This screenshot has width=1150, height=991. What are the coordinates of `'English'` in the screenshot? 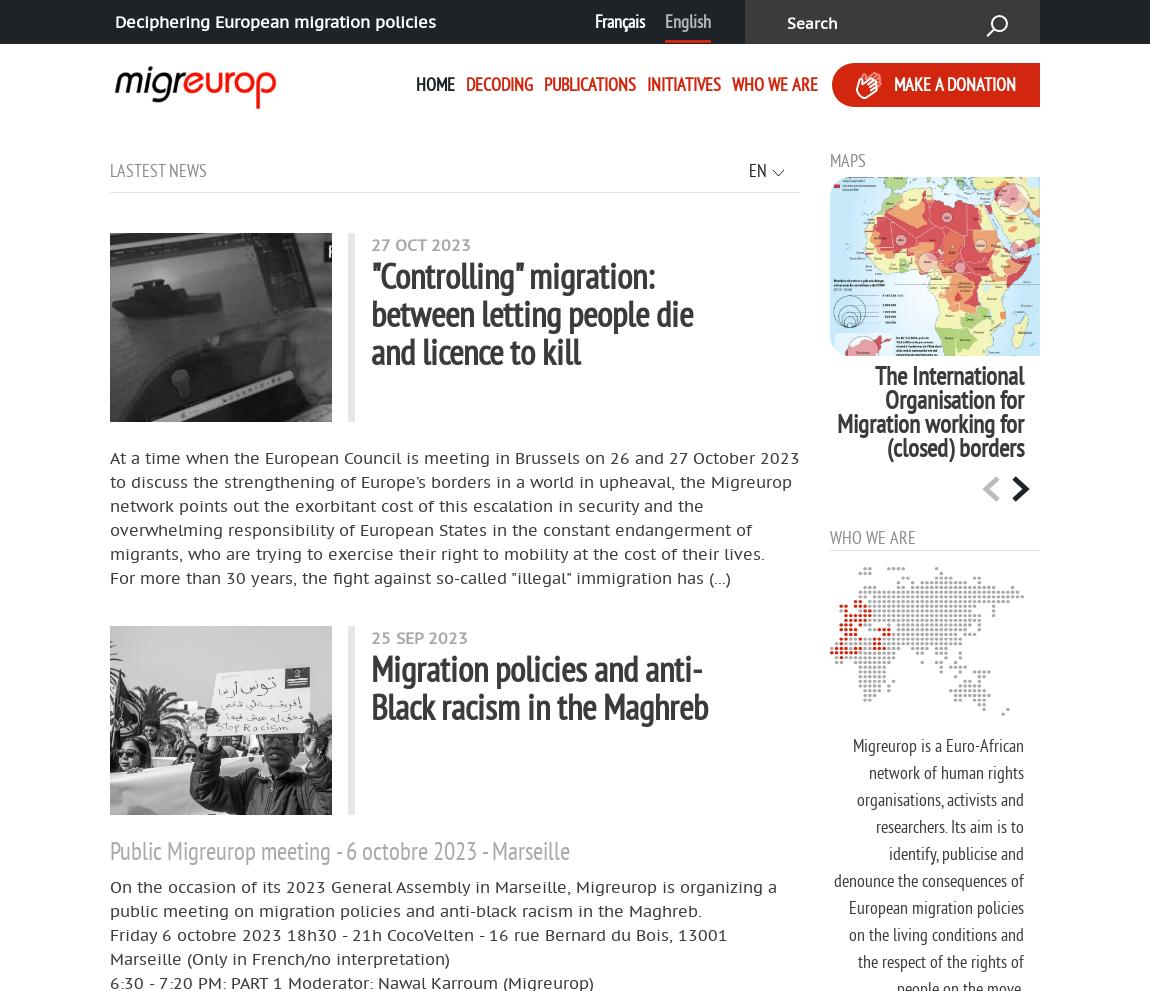 It's located at (687, 20).